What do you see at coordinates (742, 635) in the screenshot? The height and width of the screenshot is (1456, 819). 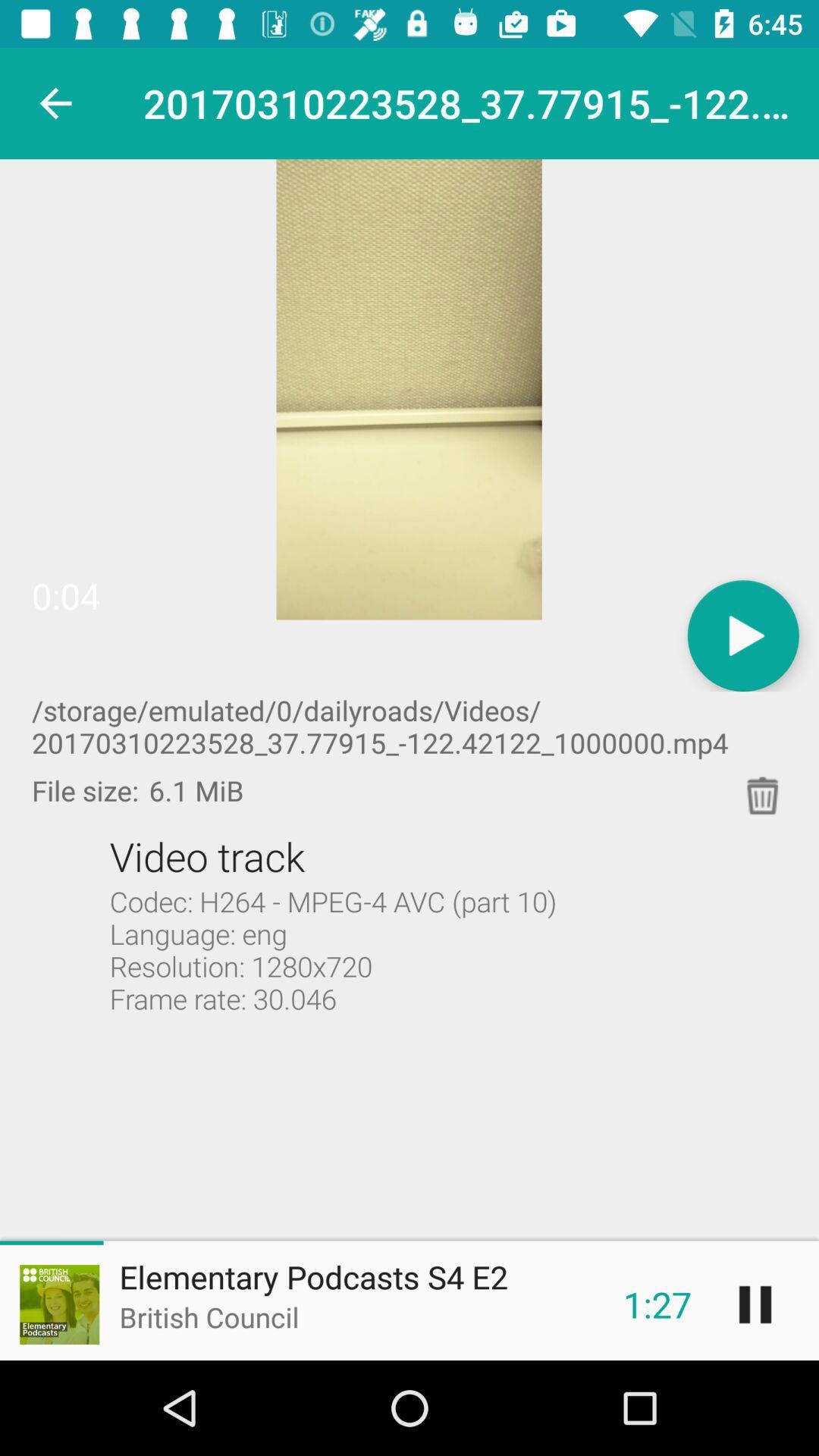 I see `the play icon` at bounding box center [742, 635].